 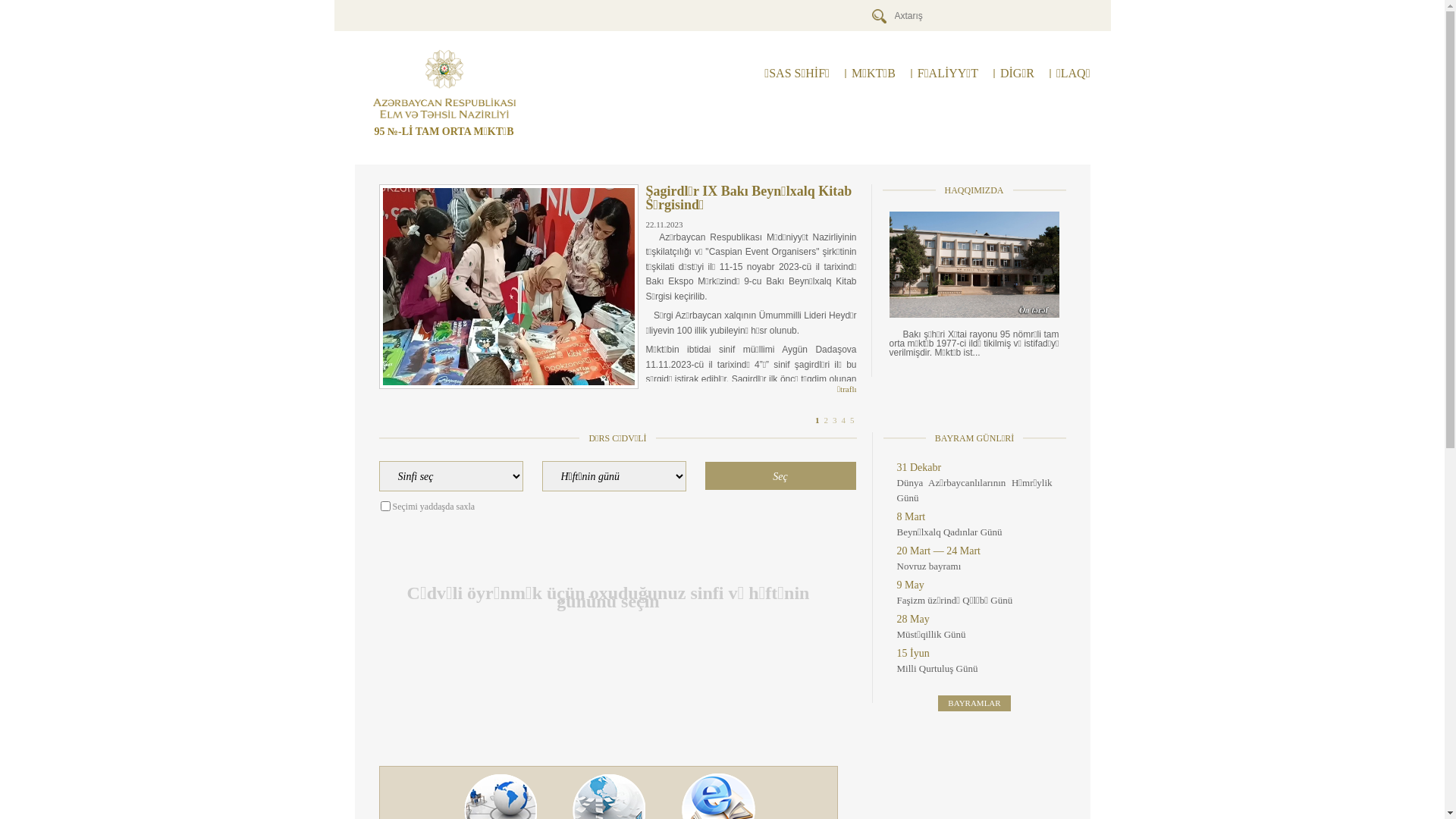 What do you see at coordinates (840, 420) in the screenshot?
I see `'4'` at bounding box center [840, 420].